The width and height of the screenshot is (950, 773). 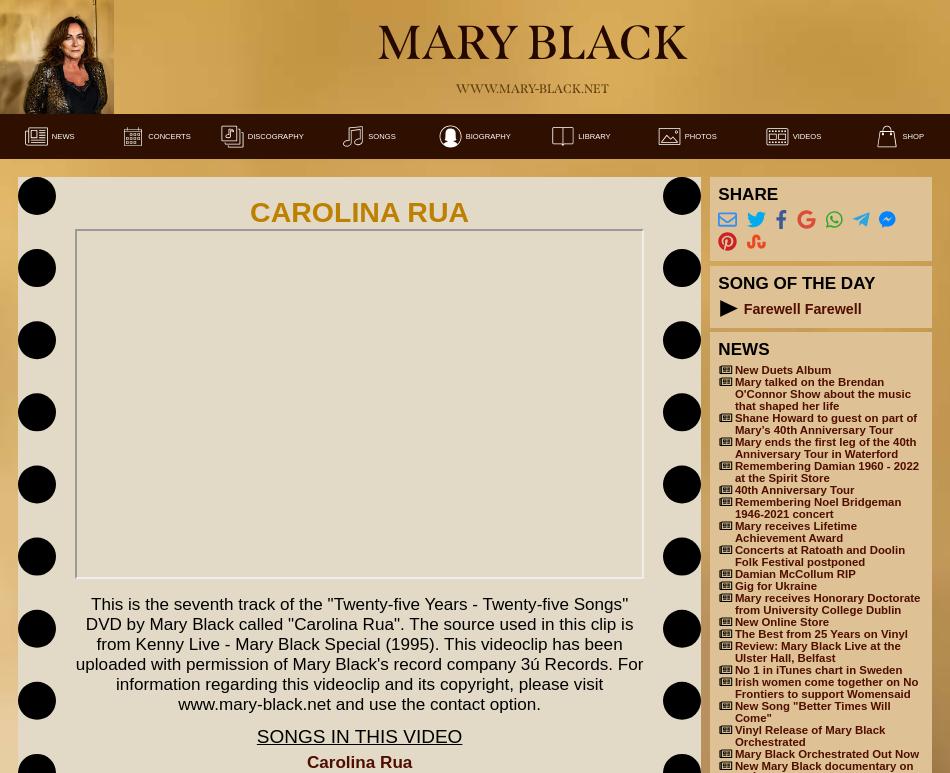 What do you see at coordinates (823, 448) in the screenshot?
I see `'Mary ends the first leg of the 40th Anniversary Tour in Waterford'` at bounding box center [823, 448].